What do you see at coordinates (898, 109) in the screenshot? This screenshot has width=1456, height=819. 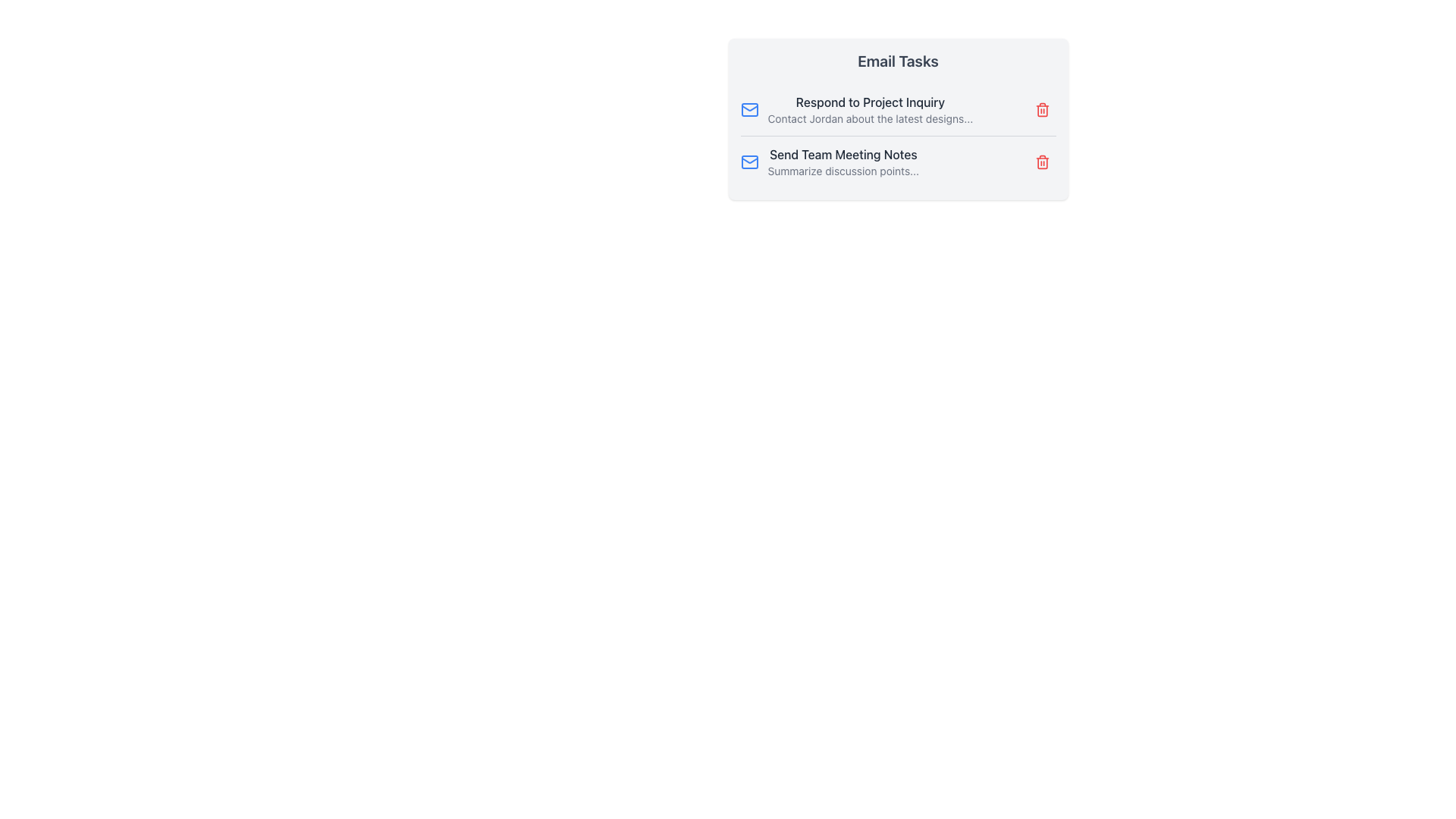 I see `the task item titled 'Respond to Project Inquiry'` at bounding box center [898, 109].